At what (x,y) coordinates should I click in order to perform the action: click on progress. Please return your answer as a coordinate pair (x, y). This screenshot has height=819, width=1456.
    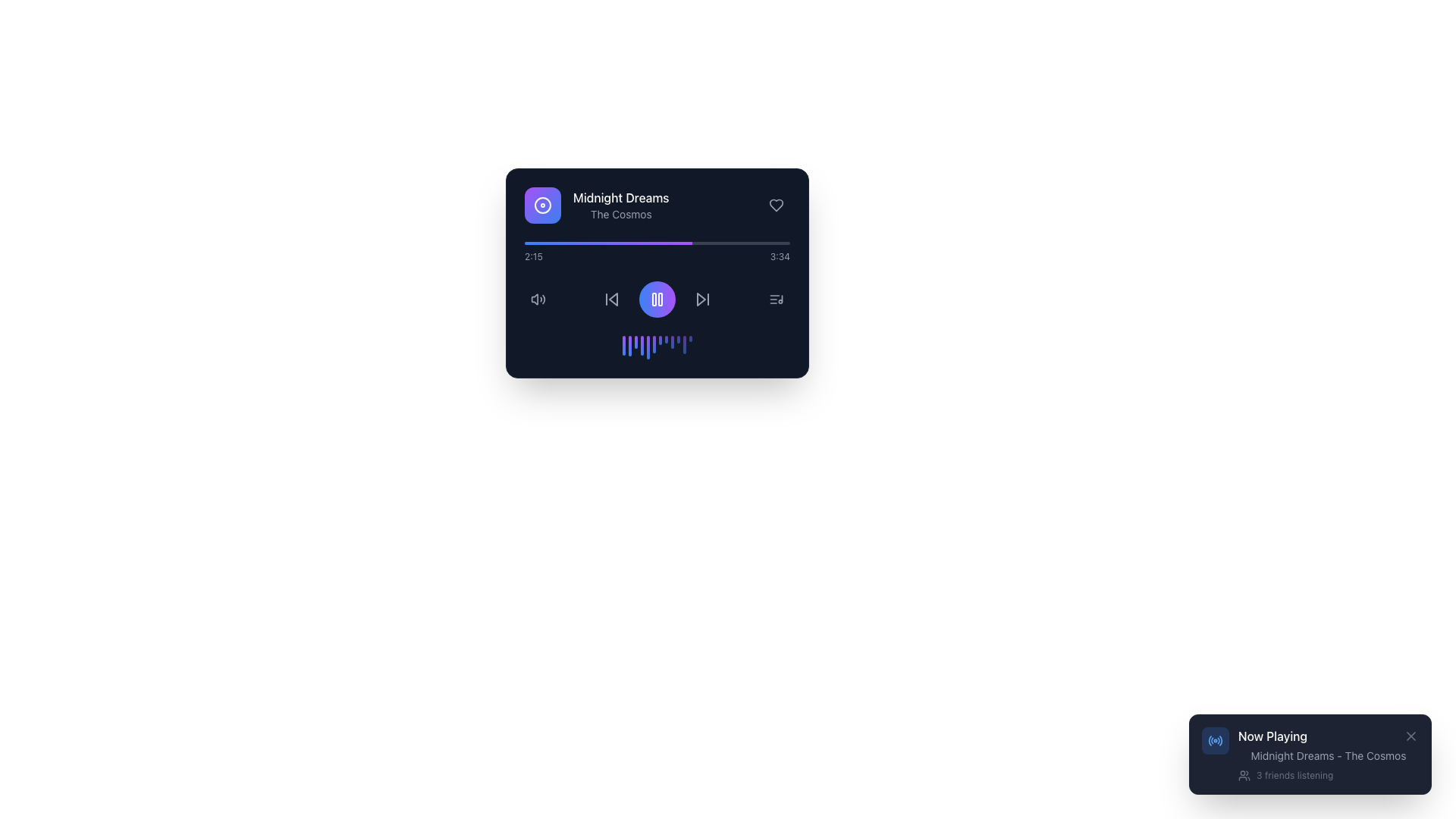
    Looking at the image, I should click on (707, 242).